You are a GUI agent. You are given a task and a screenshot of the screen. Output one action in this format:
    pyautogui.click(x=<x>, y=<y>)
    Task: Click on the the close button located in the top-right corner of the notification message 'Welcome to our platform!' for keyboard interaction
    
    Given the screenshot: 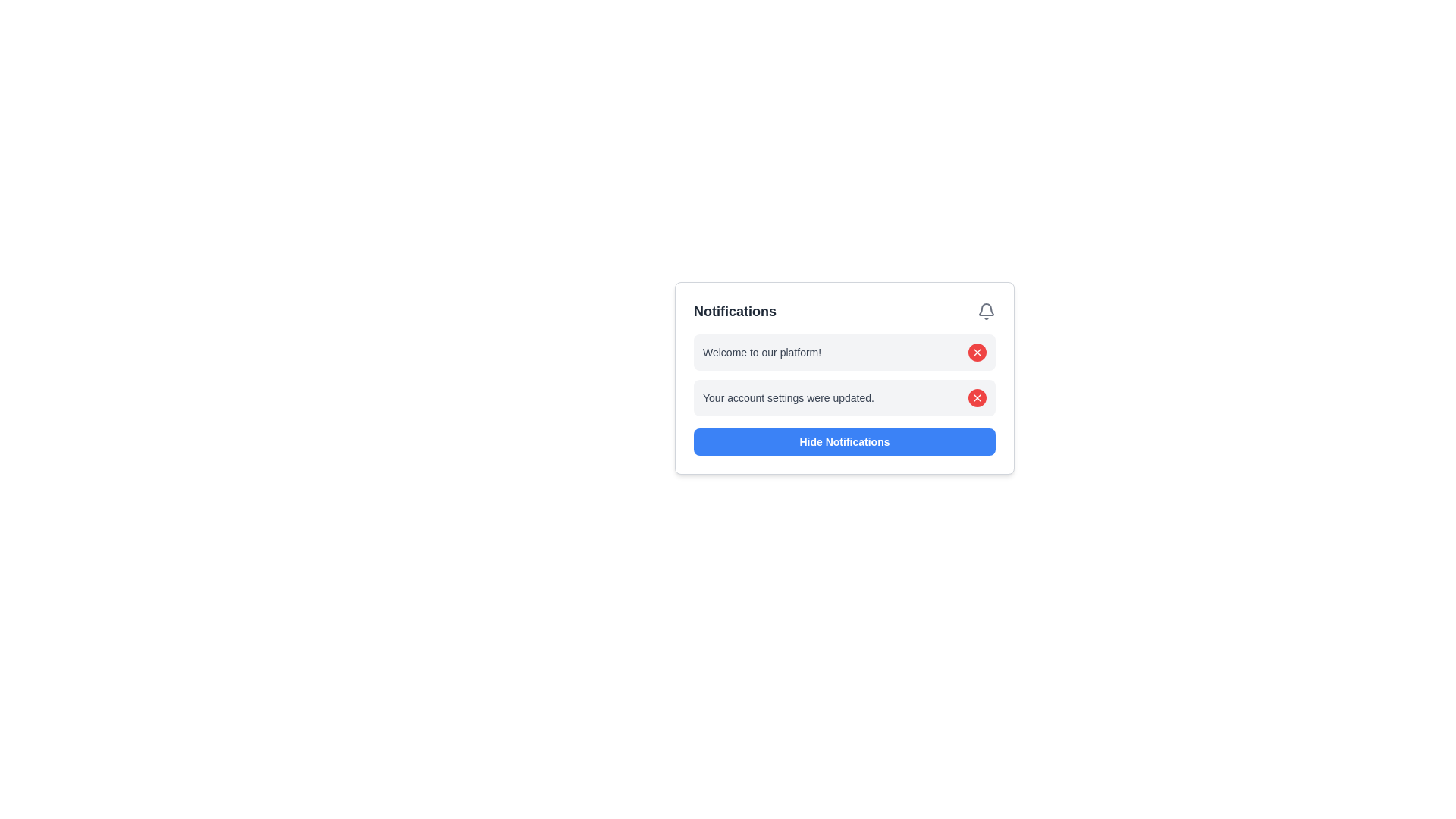 What is the action you would take?
    pyautogui.click(x=977, y=353)
    